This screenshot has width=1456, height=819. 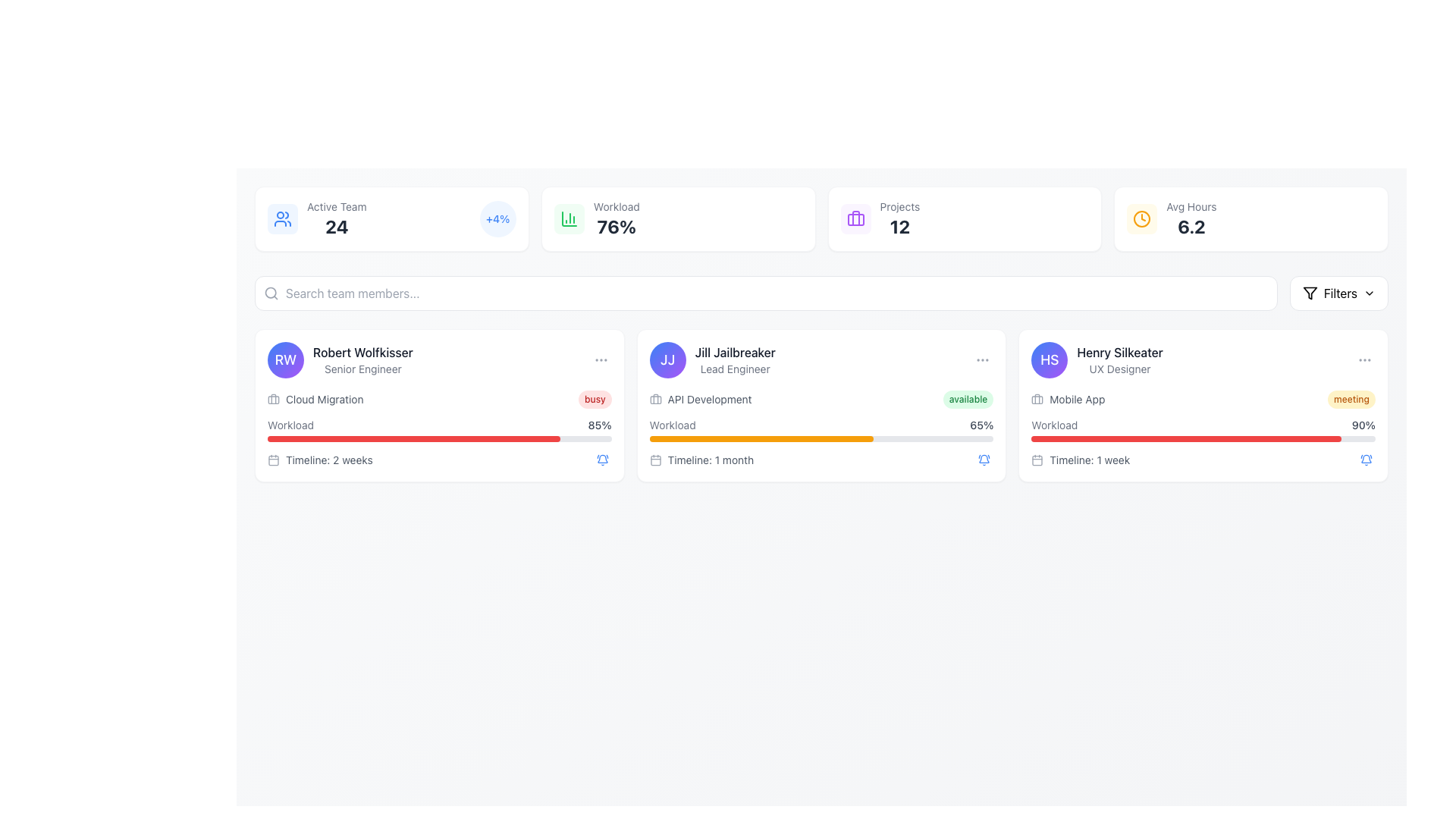 What do you see at coordinates (1203, 459) in the screenshot?
I see `informational row indicating a duration of 1 week for the task associated with Henry Silkeater, UX Designer, located below the workload progress bar` at bounding box center [1203, 459].